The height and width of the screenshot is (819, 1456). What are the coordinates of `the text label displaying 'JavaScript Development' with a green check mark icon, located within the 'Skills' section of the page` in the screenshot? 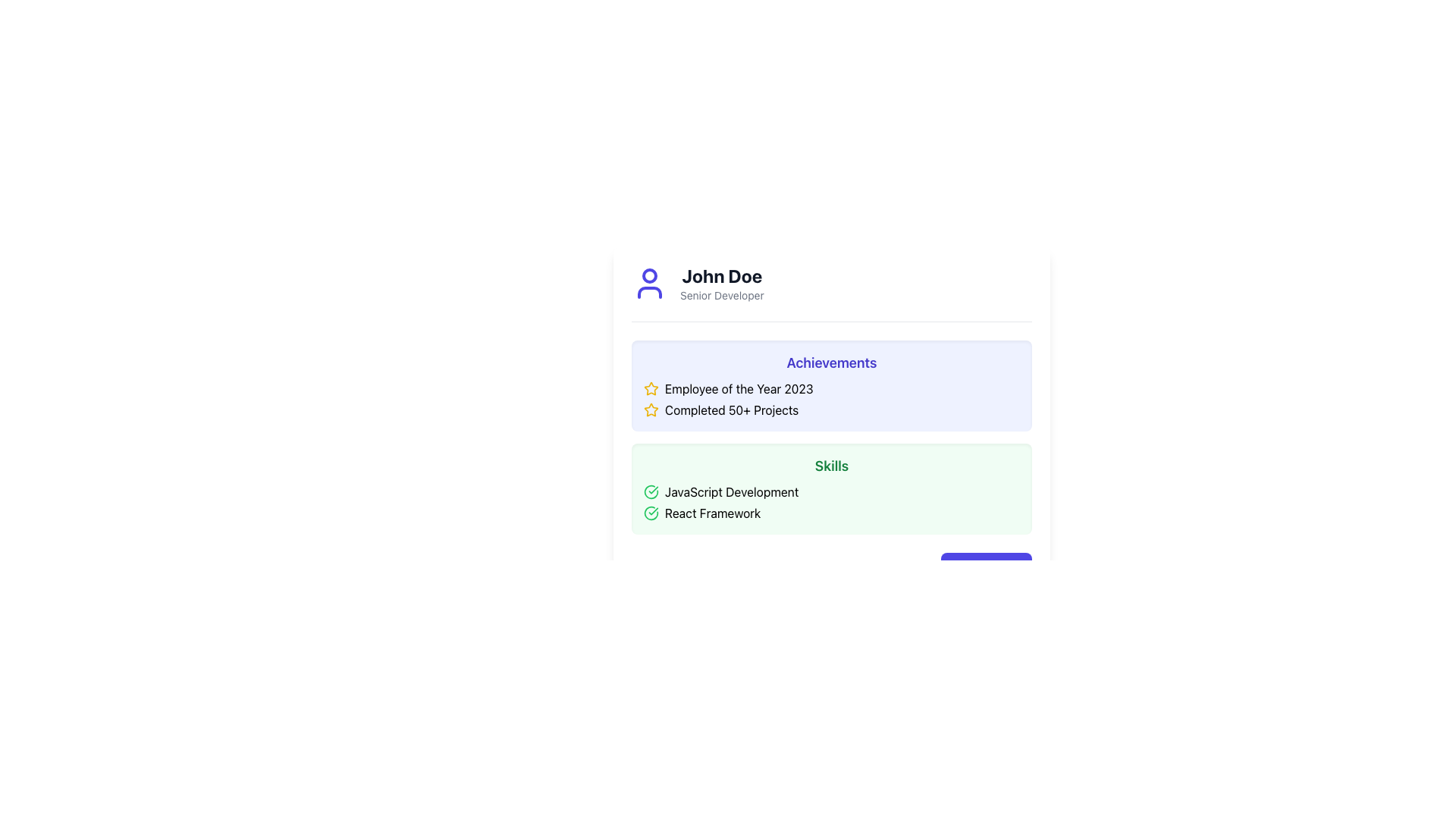 It's located at (732, 491).